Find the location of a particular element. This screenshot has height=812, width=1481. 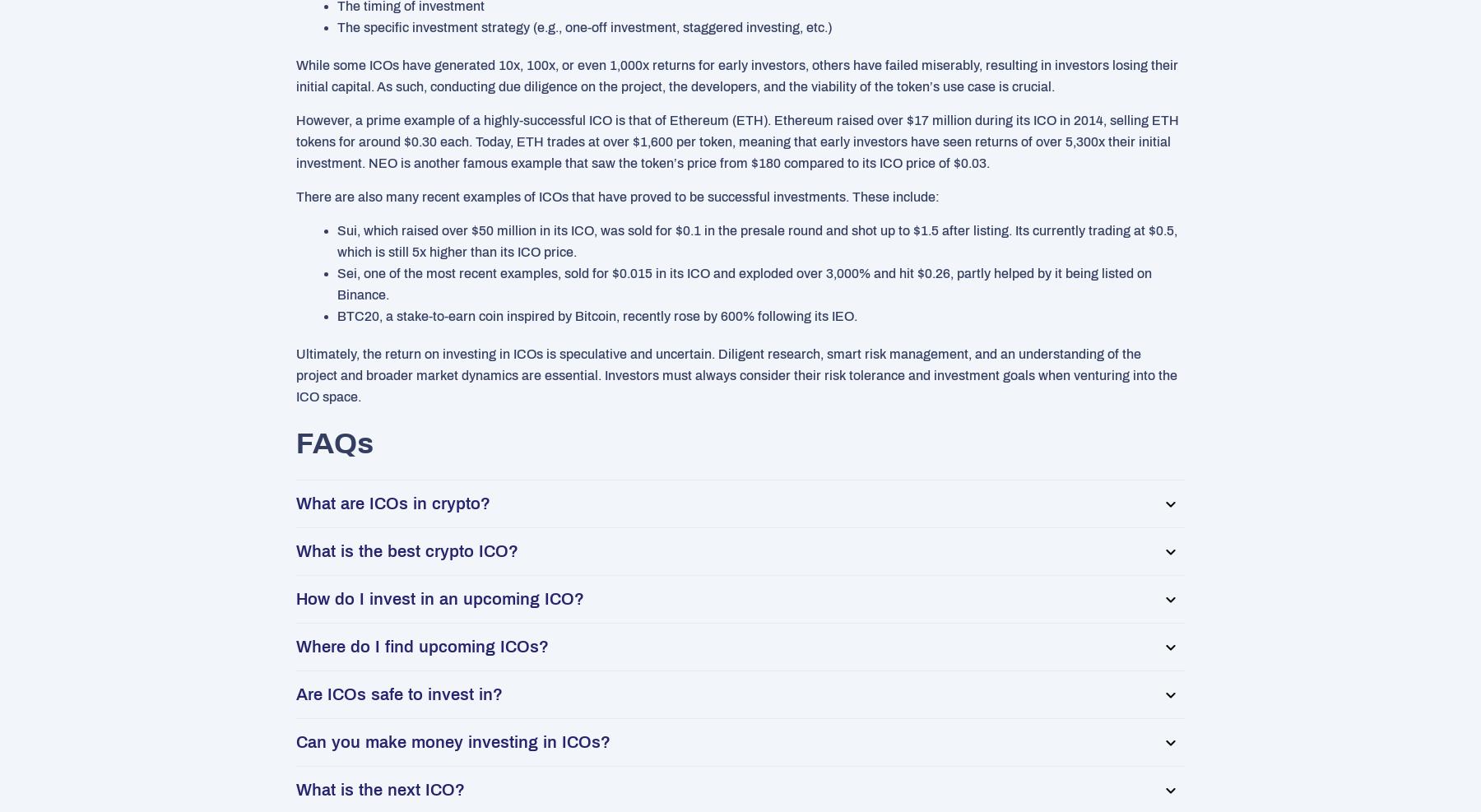

'There are also many recent examples of ICOs that have proved to be successful investments. These include:' is located at coordinates (616, 197).